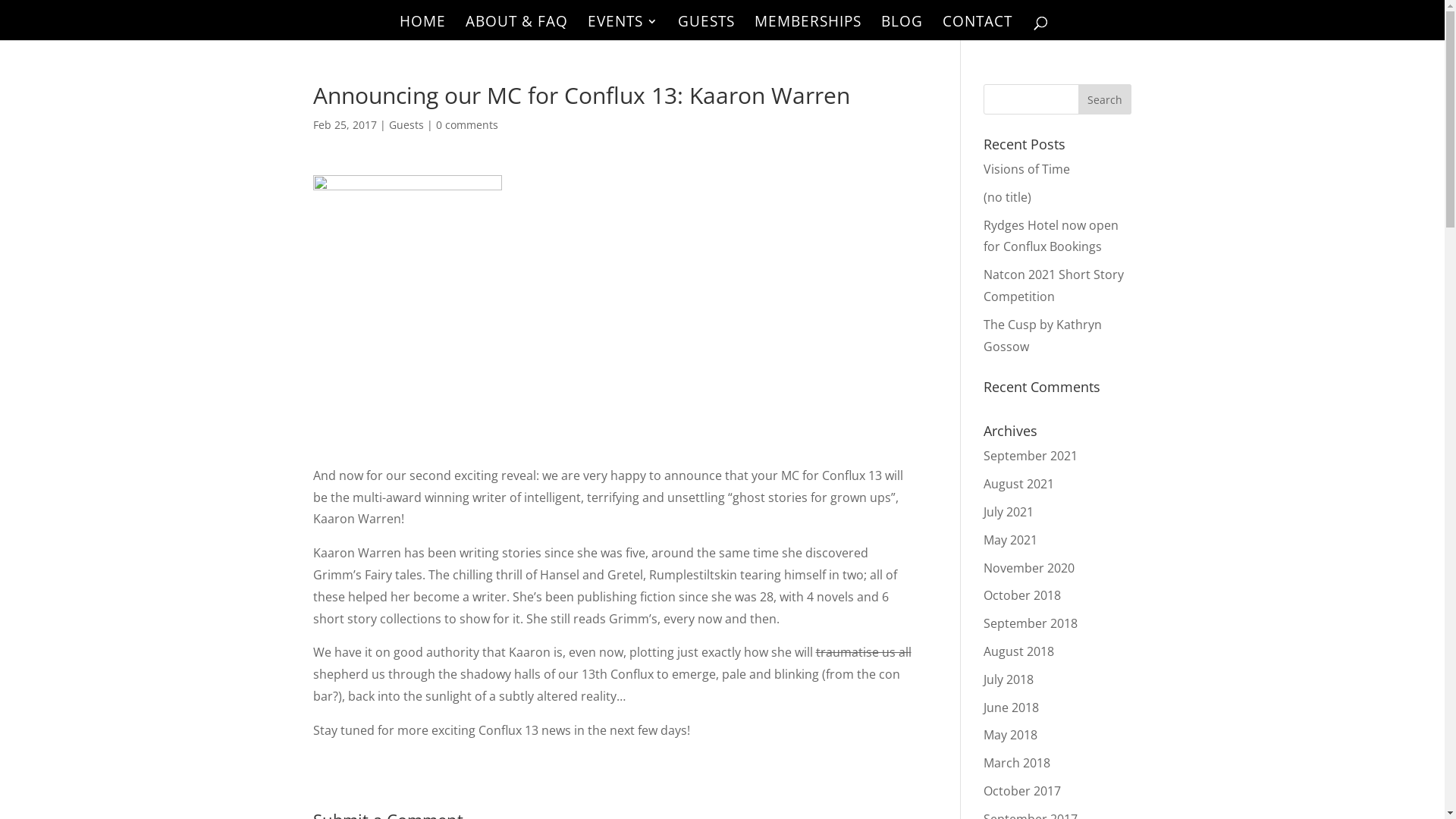 Image resolution: width=1456 pixels, height=819 pixels. I want to click on '(no title)', so click(1007, 196).